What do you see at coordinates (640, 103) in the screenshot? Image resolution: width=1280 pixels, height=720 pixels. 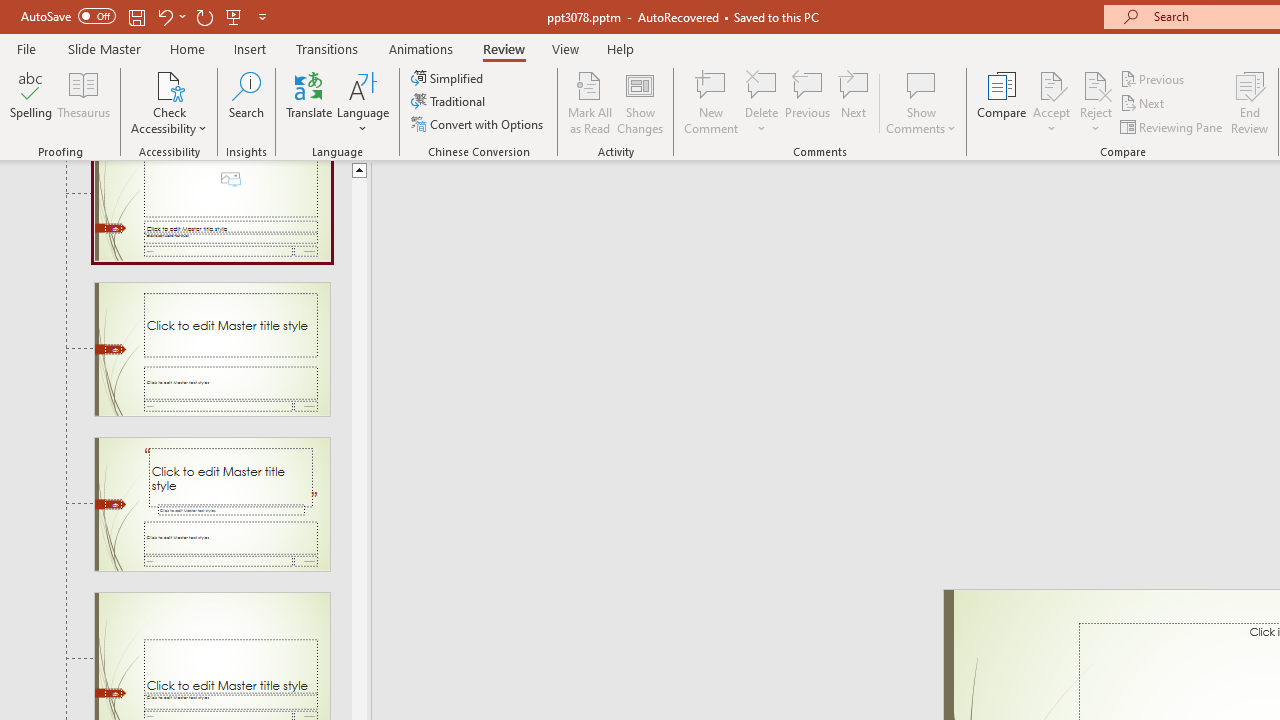 I see `'Show Changes'` at bounding box center [640, 103].